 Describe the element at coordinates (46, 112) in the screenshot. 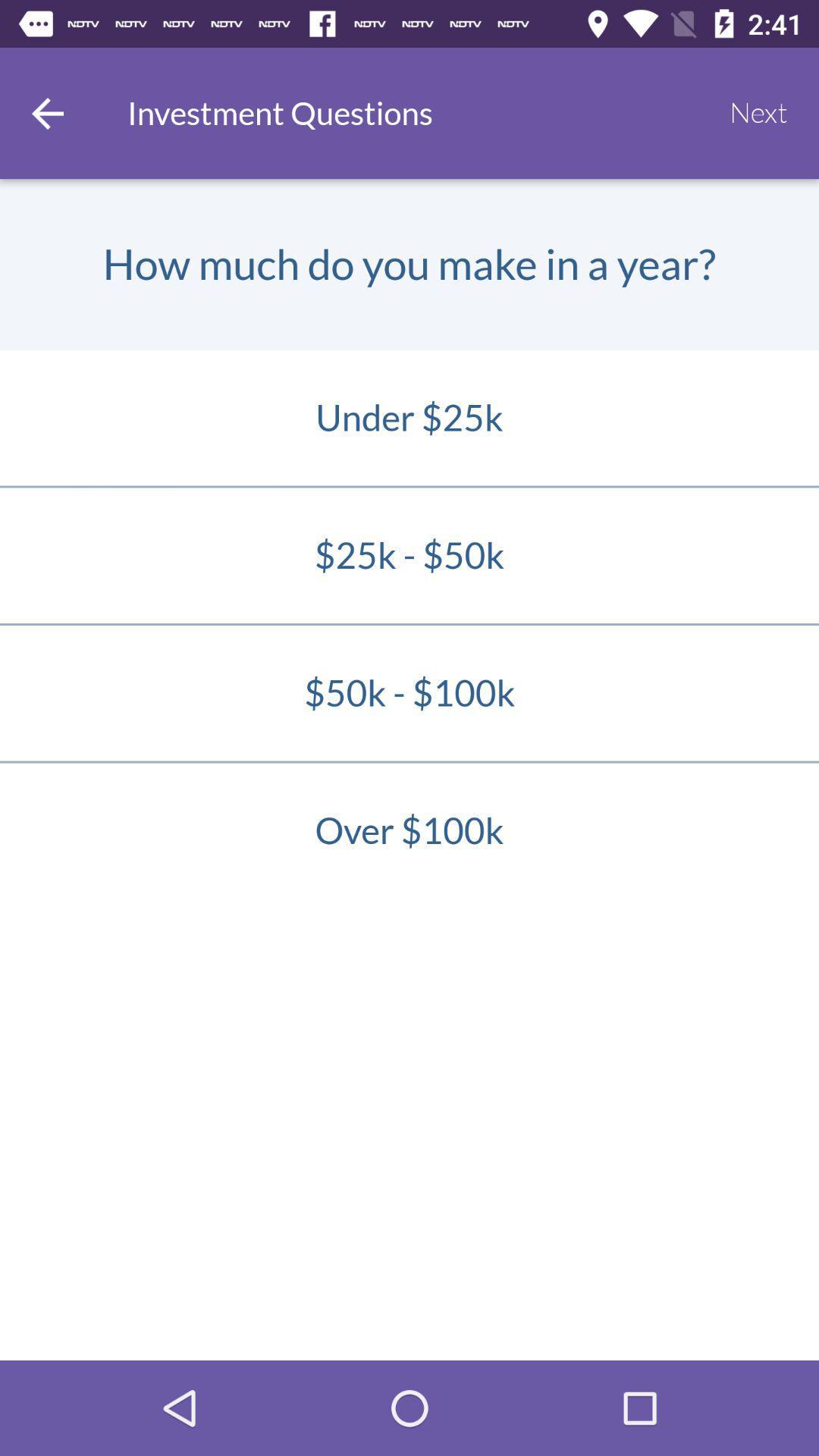

I see `item next to the investment questions` at that location.